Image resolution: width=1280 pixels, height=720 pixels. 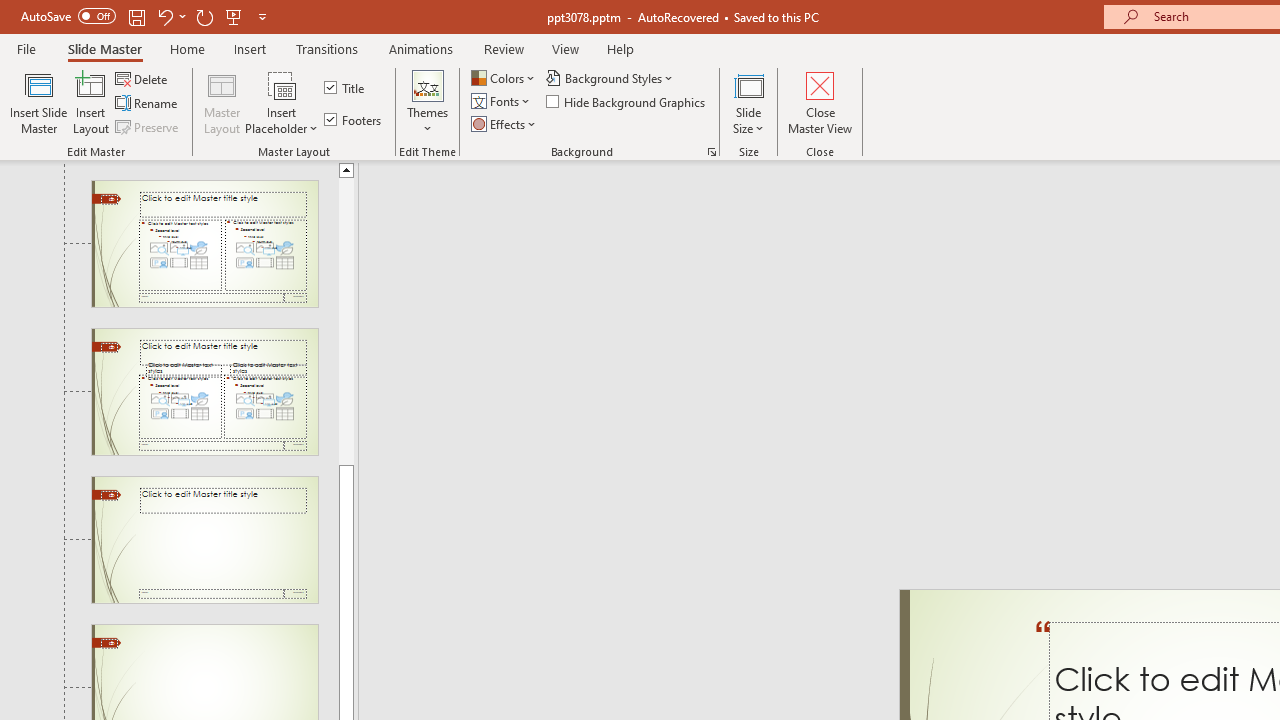 What do you see at coordinates (222, 103) in the screenshot?
I see `'Master Layout...'` at bounding box center [222, 103].